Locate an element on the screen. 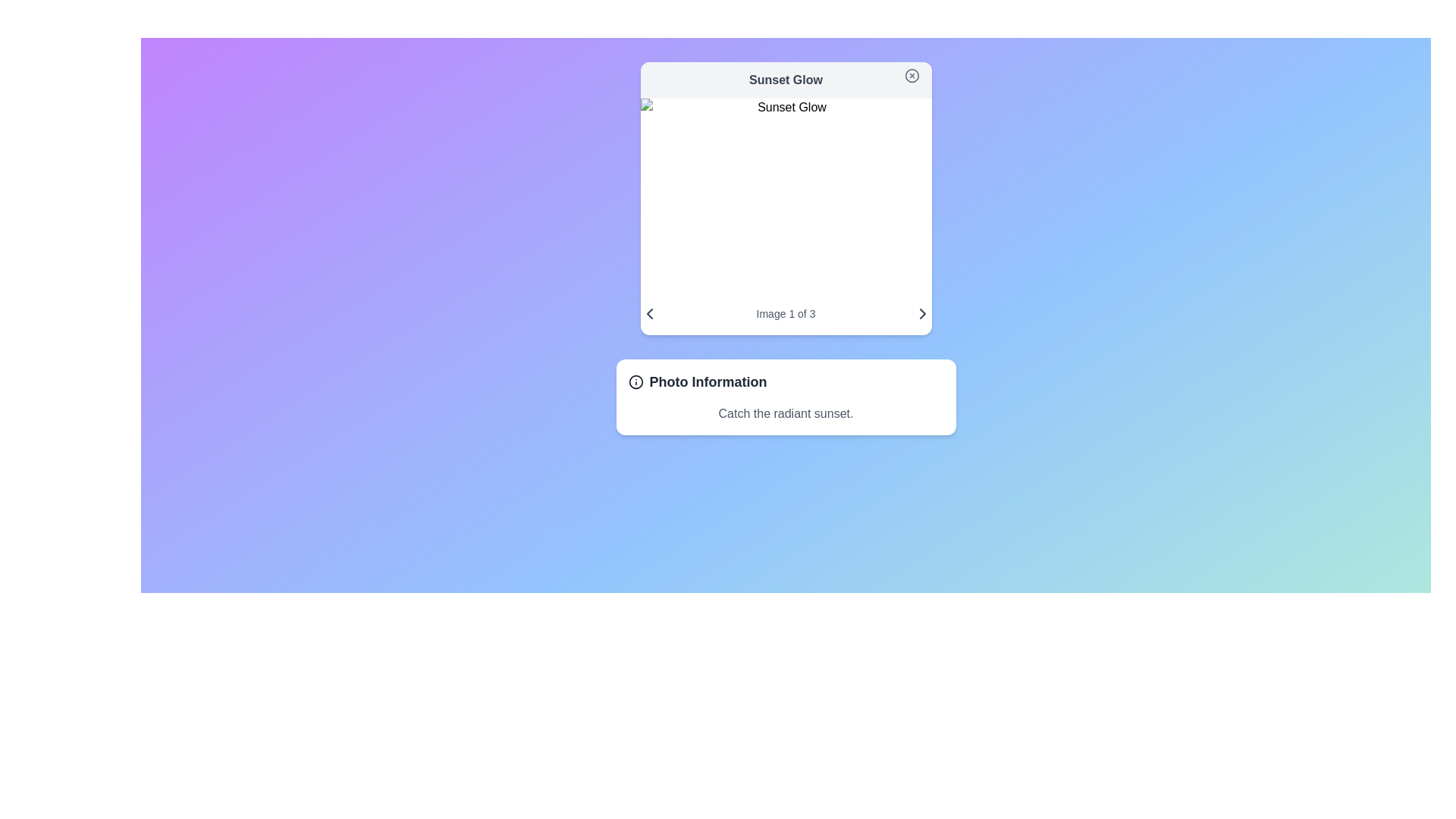  the close button located in the top-right corner of the 'Sunset Glow' card is located at coordinates (911, 76).